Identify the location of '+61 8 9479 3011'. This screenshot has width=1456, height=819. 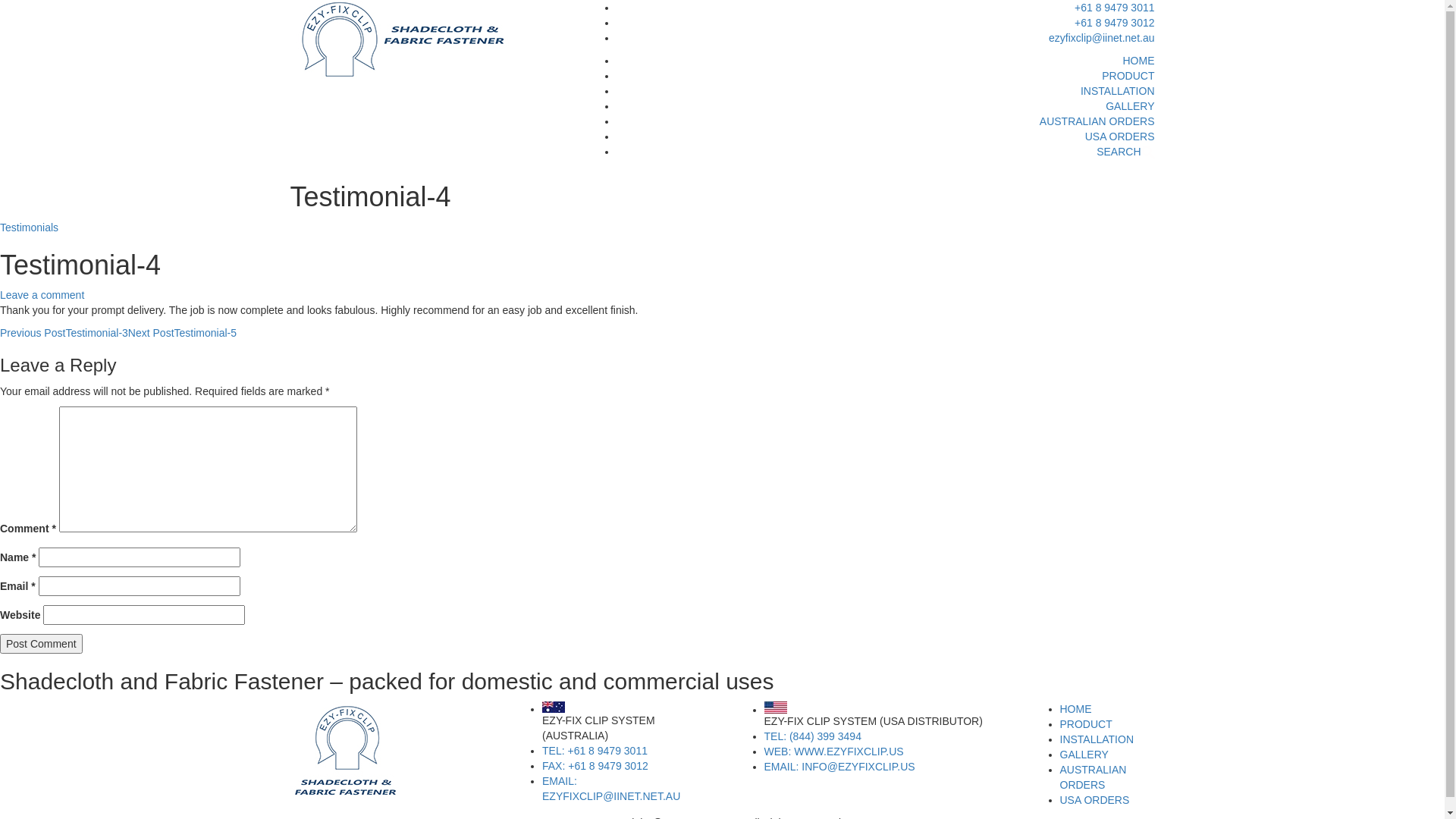
(1114, 8).